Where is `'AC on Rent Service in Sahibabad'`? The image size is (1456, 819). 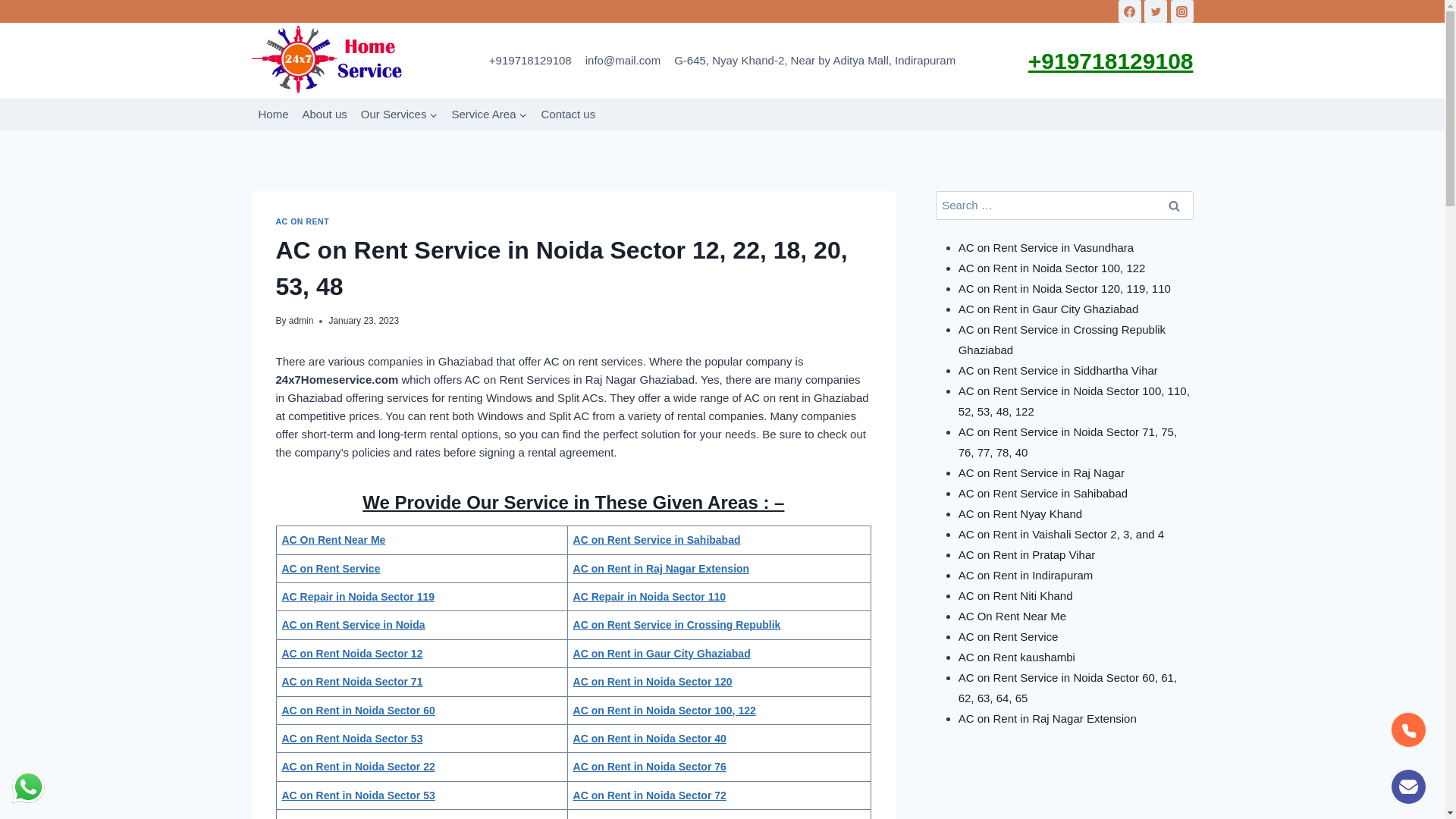
'AC on Rent Service in Sahibabad' is located at coordinates (1042, 493).